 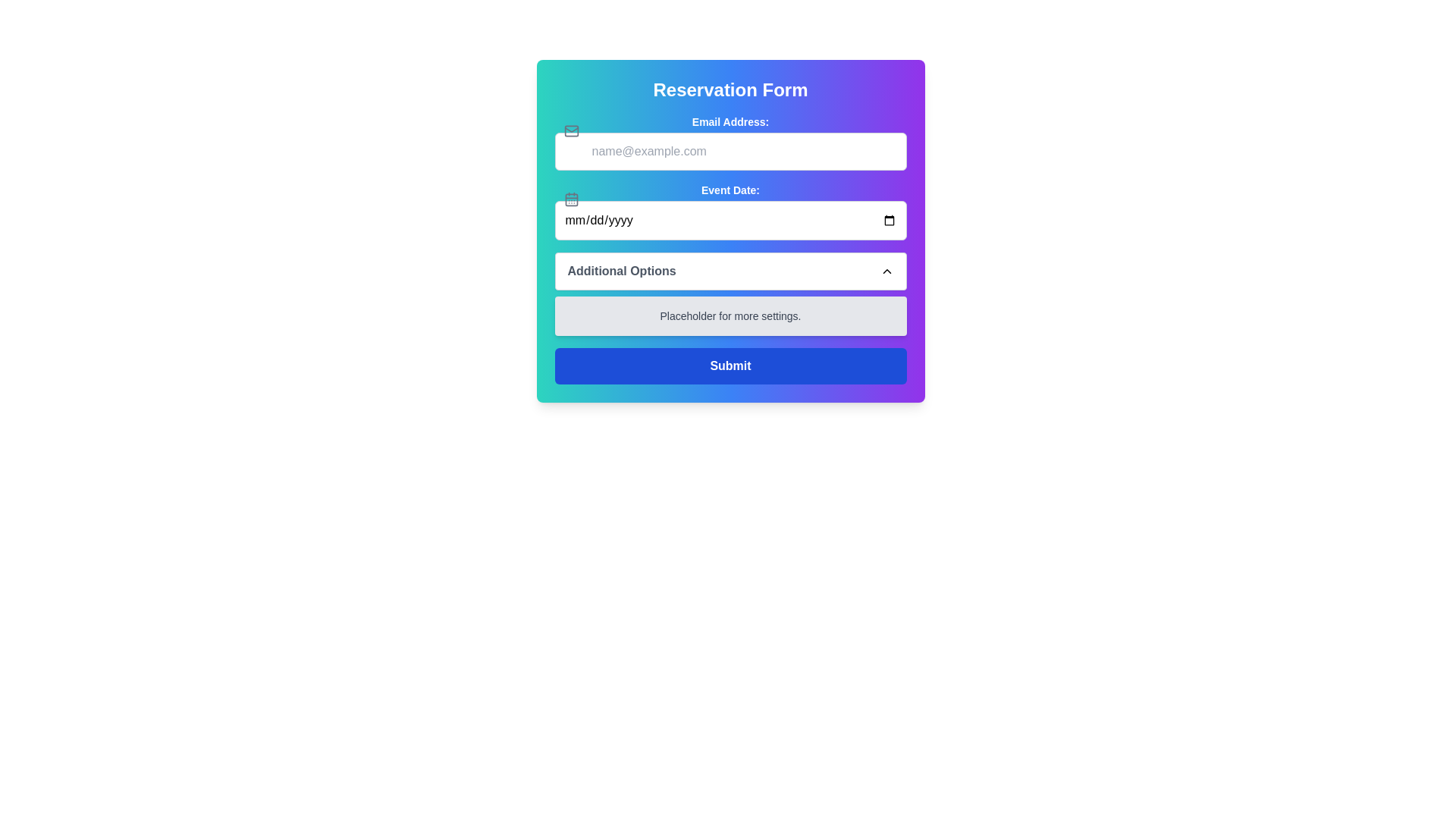 I want to click on the static text placeholder that indicates unavailable settings, located between the 'Additional Options' section and the 'Submit' button, so click(x=730, y=315).